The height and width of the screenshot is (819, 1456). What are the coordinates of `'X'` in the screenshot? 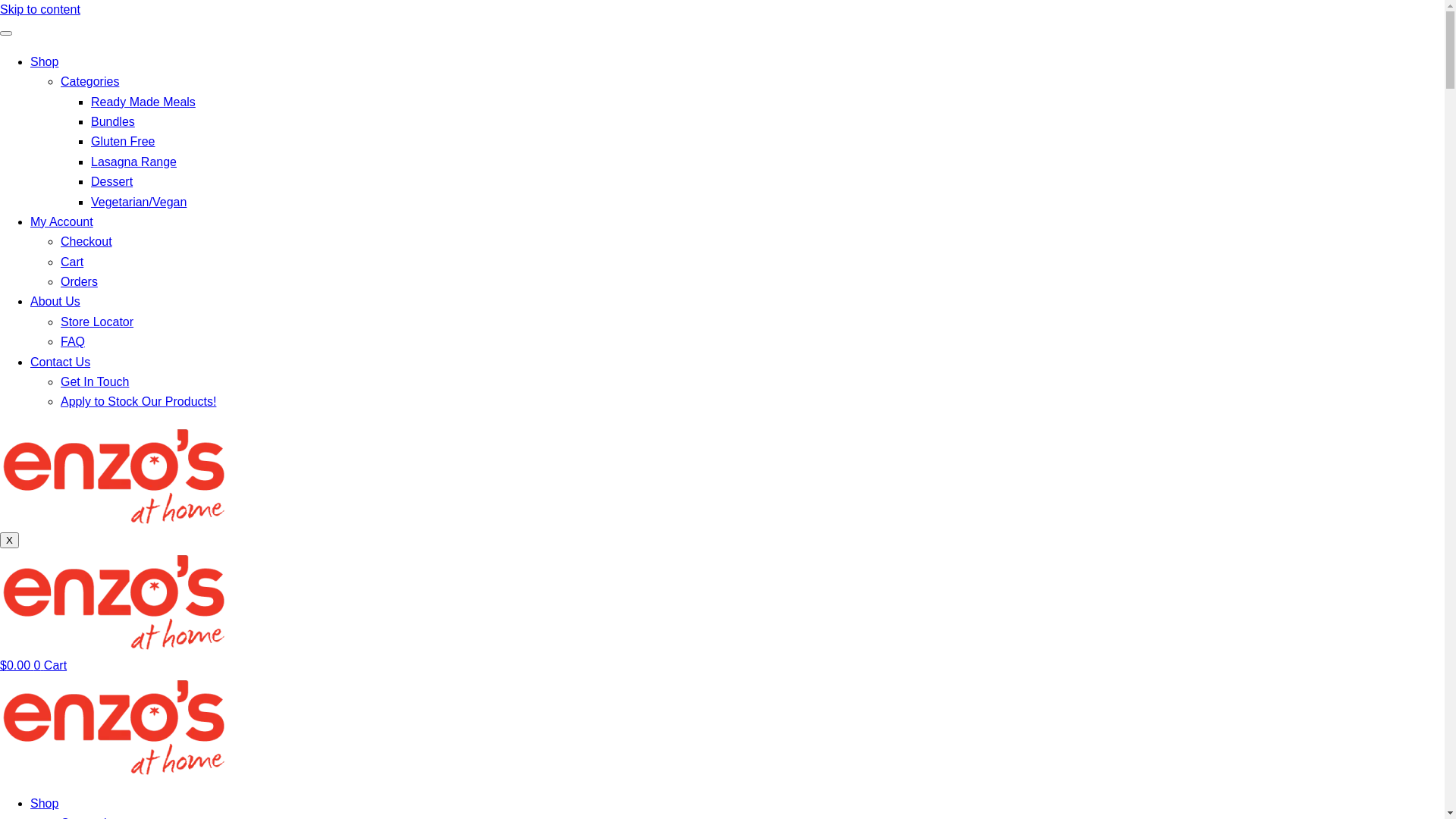 It's located at (9, 539).